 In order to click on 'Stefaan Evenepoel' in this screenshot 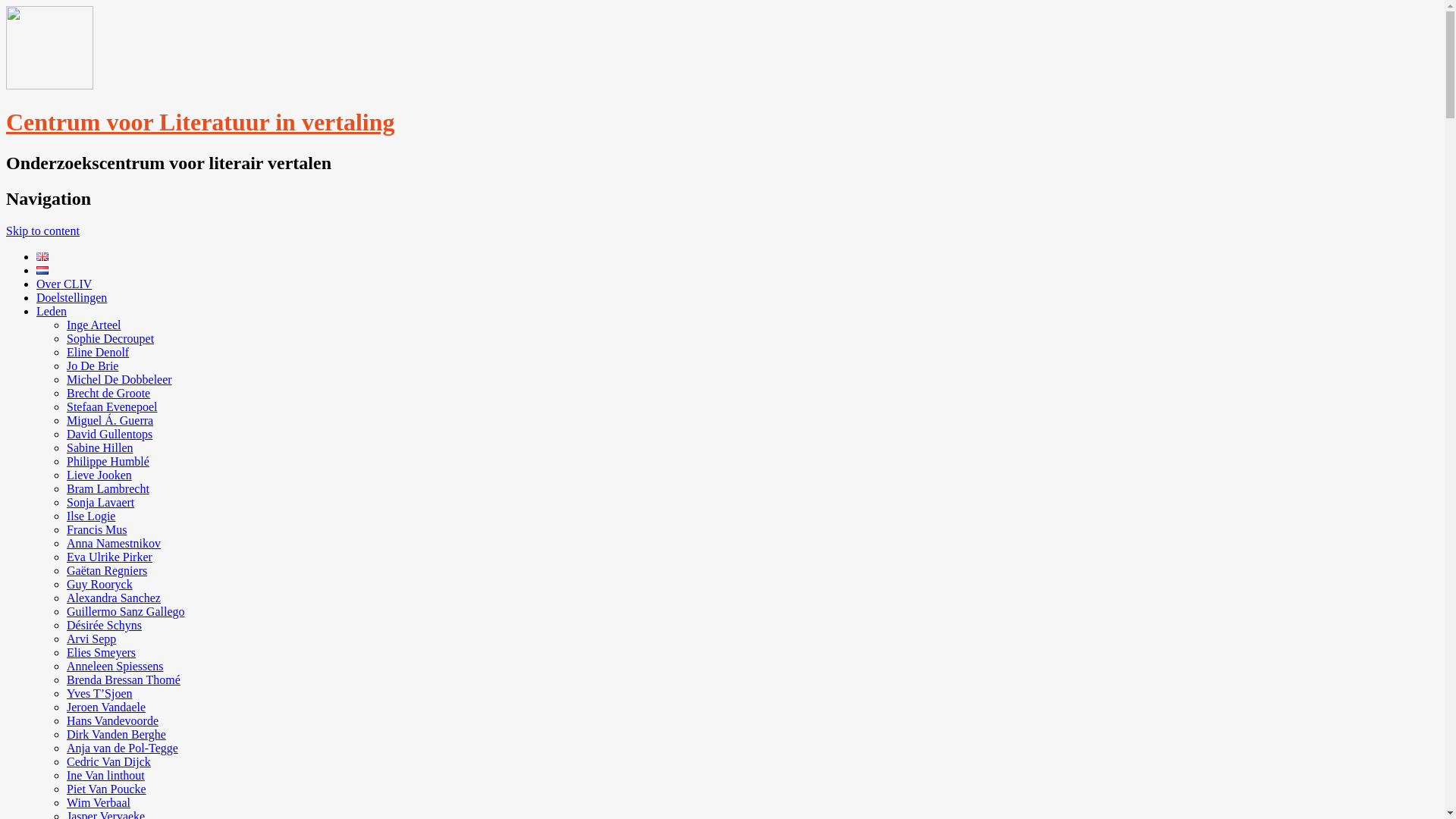, I will do `click(65, 406)`.